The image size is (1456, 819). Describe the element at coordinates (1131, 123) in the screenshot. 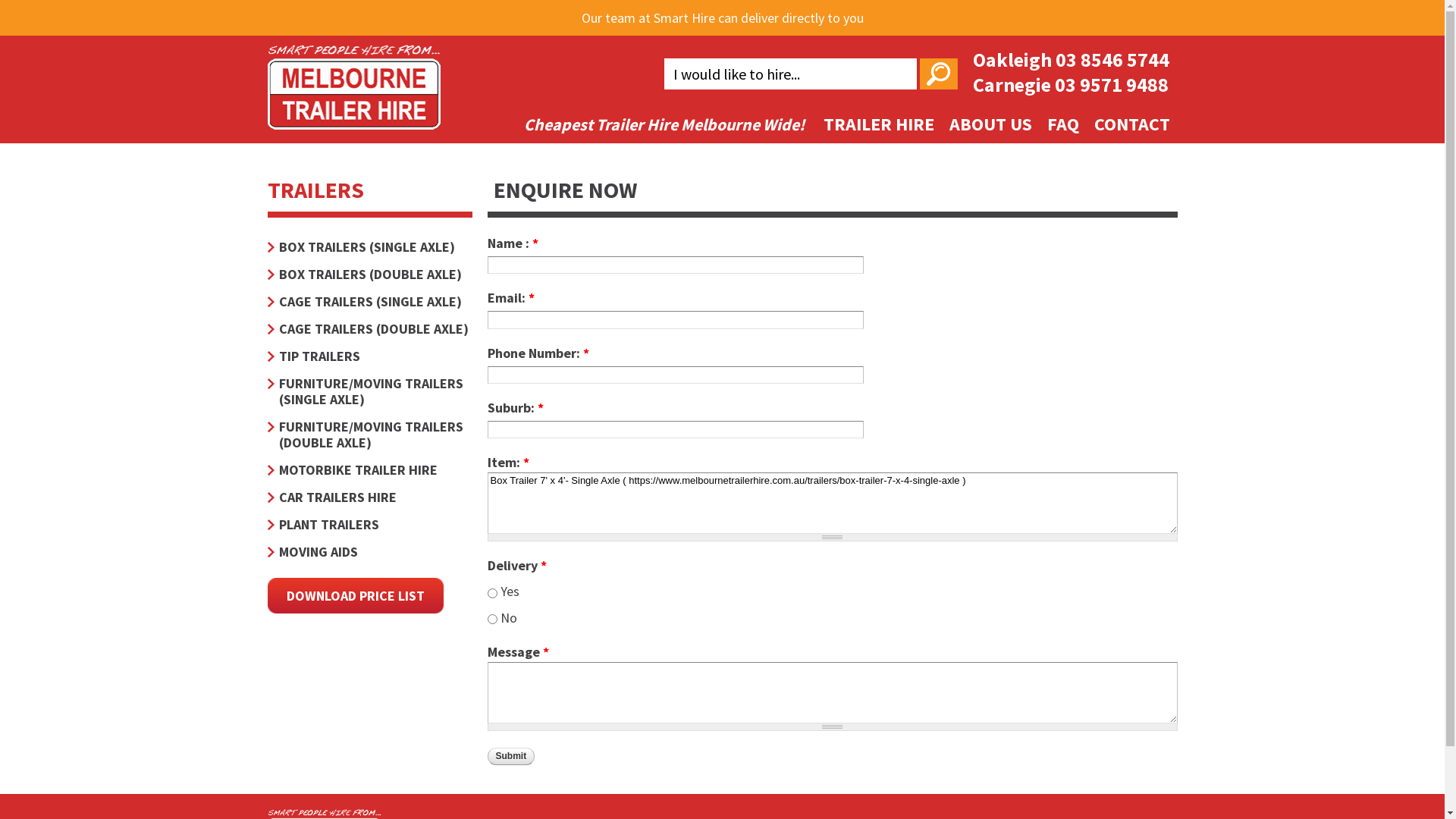

I see `'CONTACT'` at that location.